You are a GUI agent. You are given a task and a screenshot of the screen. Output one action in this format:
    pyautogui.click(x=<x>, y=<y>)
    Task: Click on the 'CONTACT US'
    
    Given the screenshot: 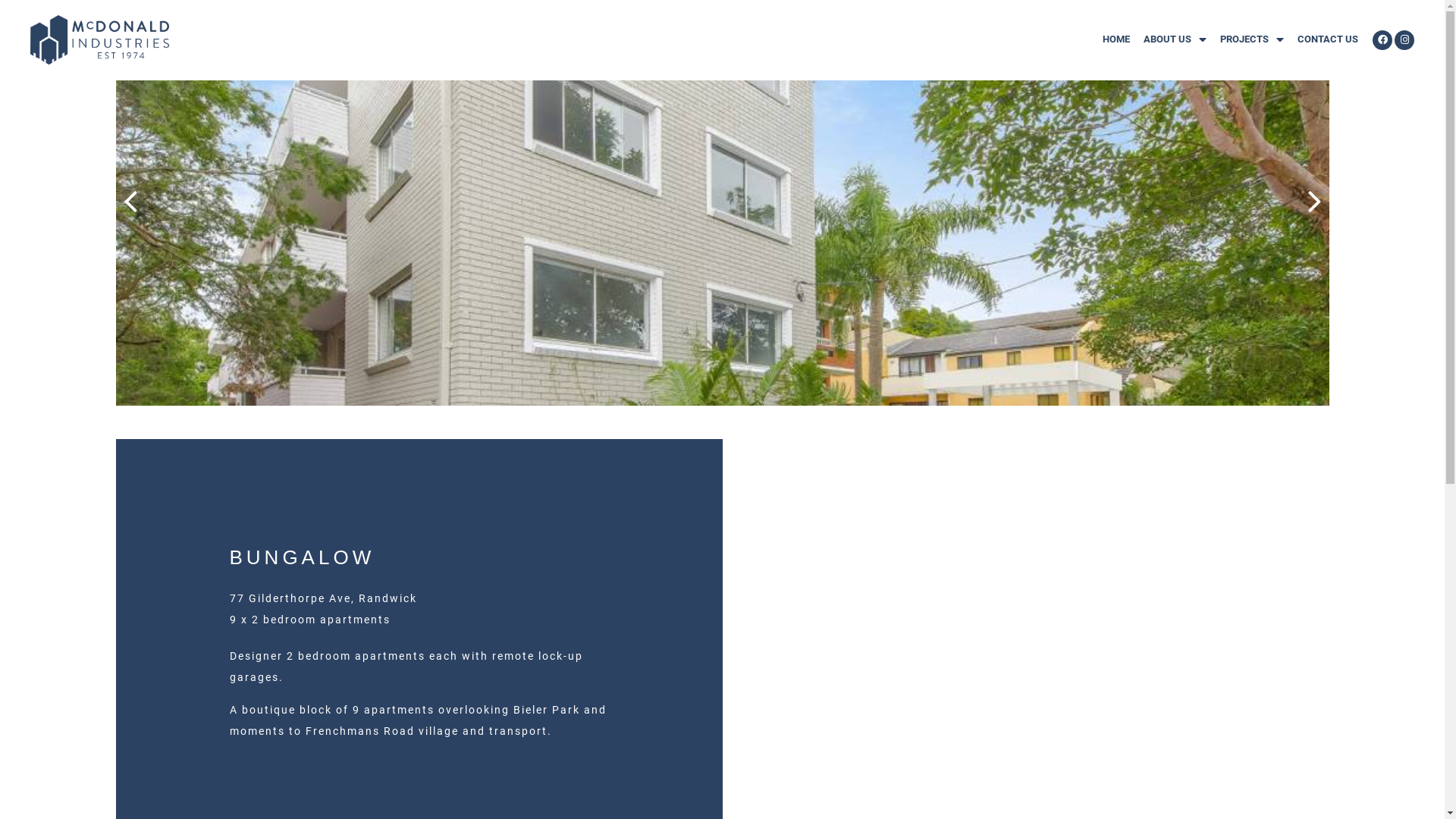 What is the action you would take?
    pyautogui.click(x=1327, y=39)
    